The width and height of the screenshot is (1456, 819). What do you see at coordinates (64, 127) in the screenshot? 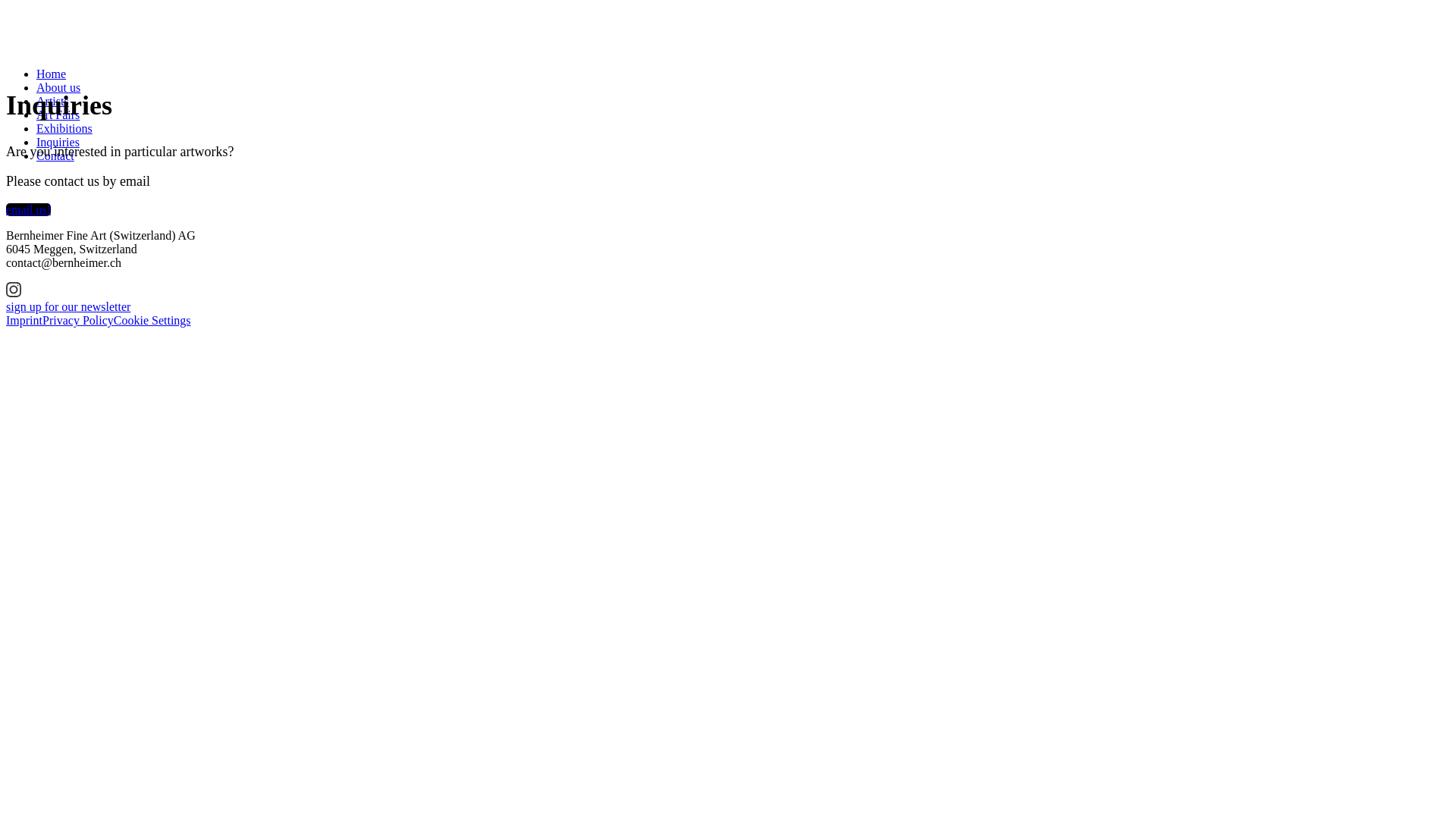
I see `'Exhibitions'` at bounding box center [64, 127].